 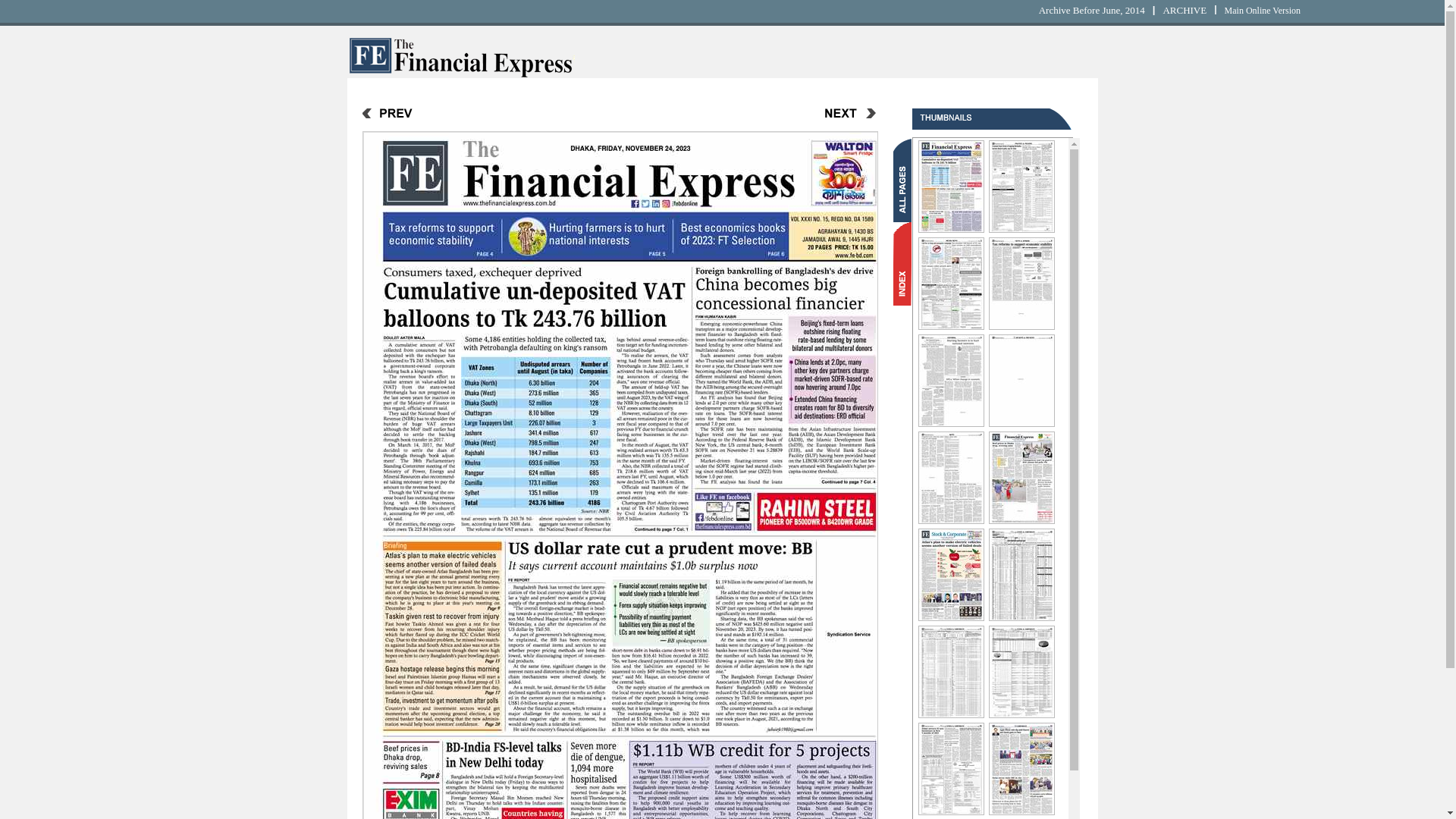 I want to click on 'The Financial Express ePaper', so click(x=460, y=74).